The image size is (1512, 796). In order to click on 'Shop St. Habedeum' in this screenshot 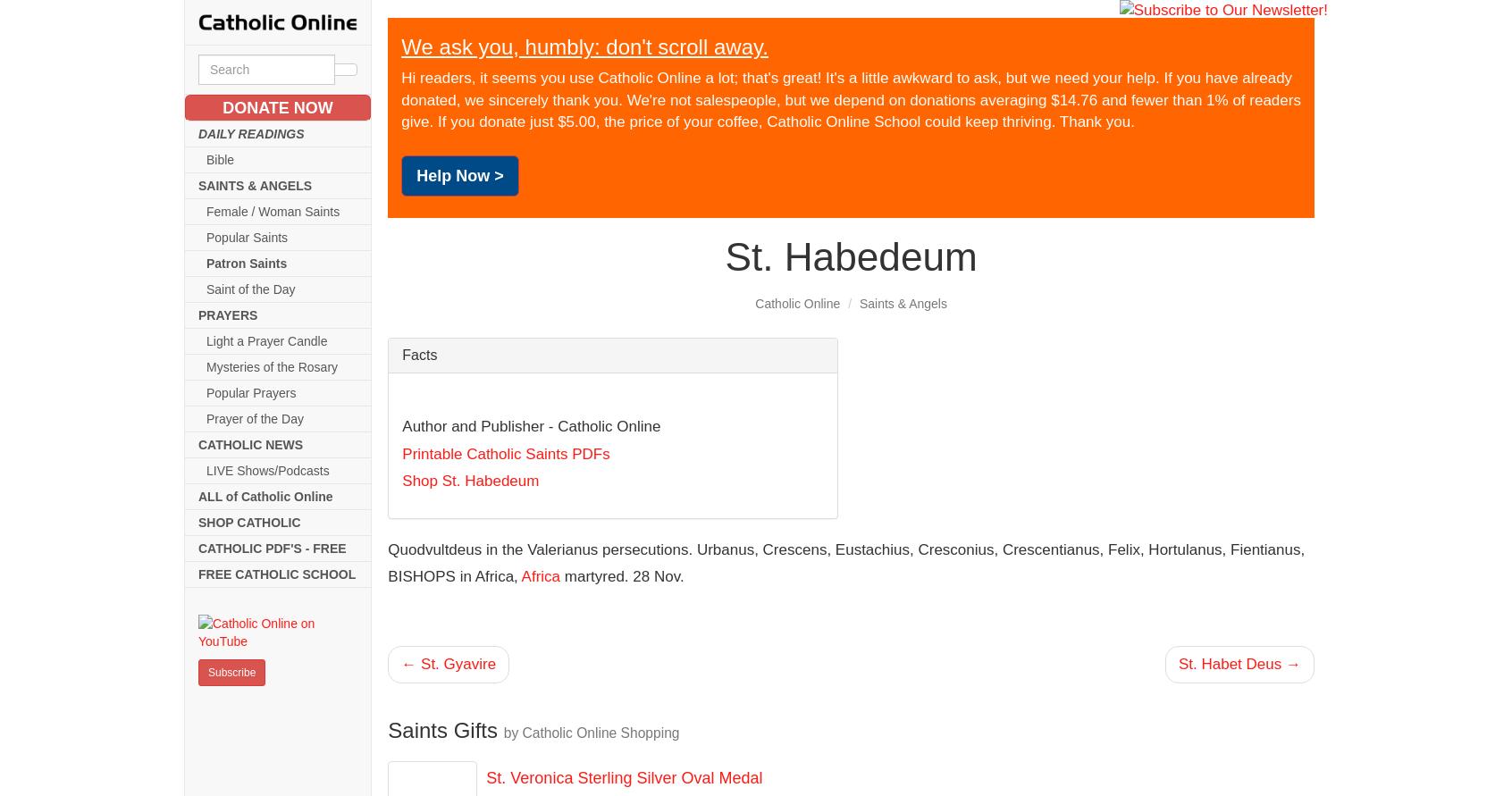, I will do `click(470, 481)`.